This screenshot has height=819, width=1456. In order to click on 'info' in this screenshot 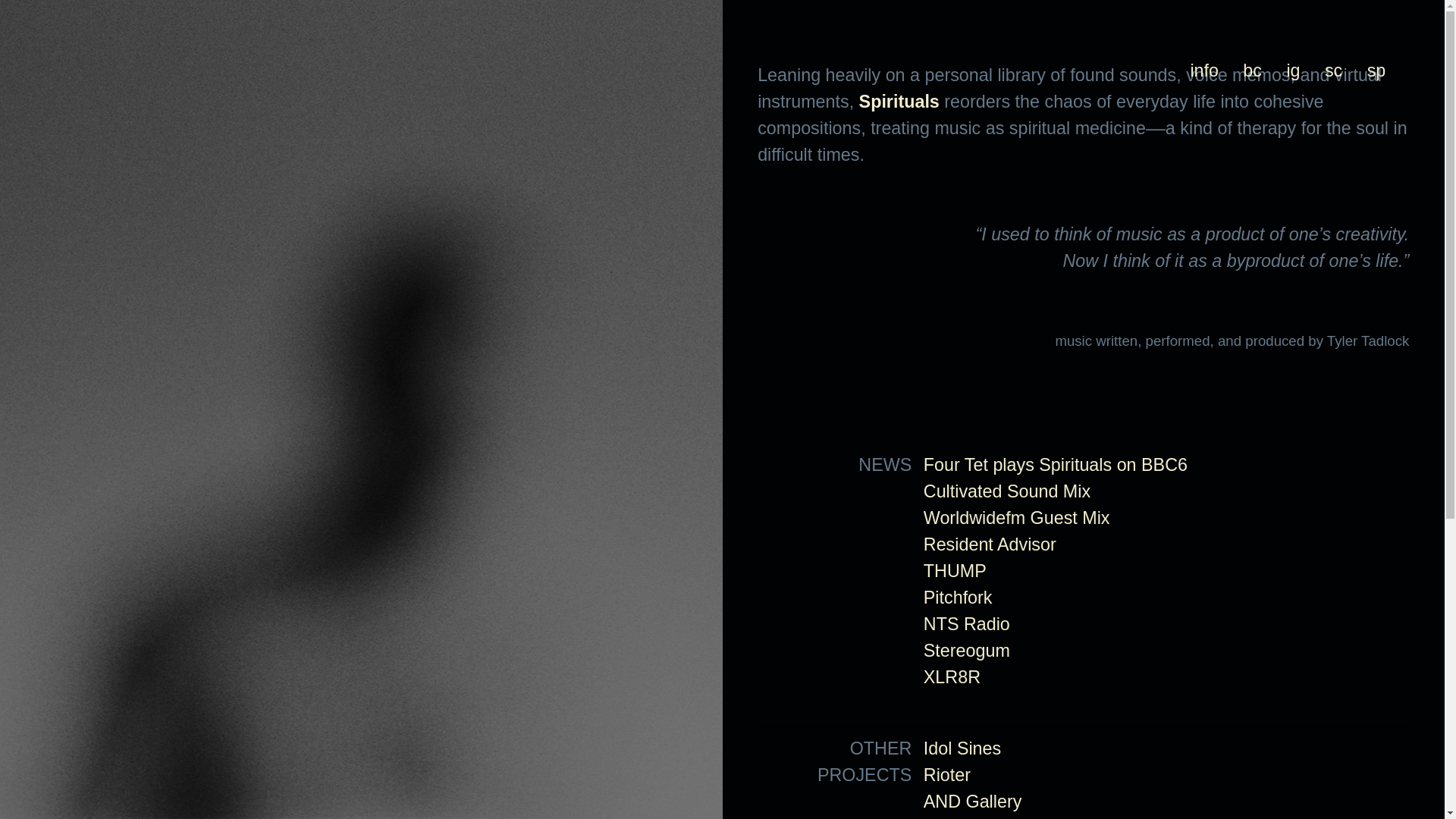, I will do `click(1203, 71)`.